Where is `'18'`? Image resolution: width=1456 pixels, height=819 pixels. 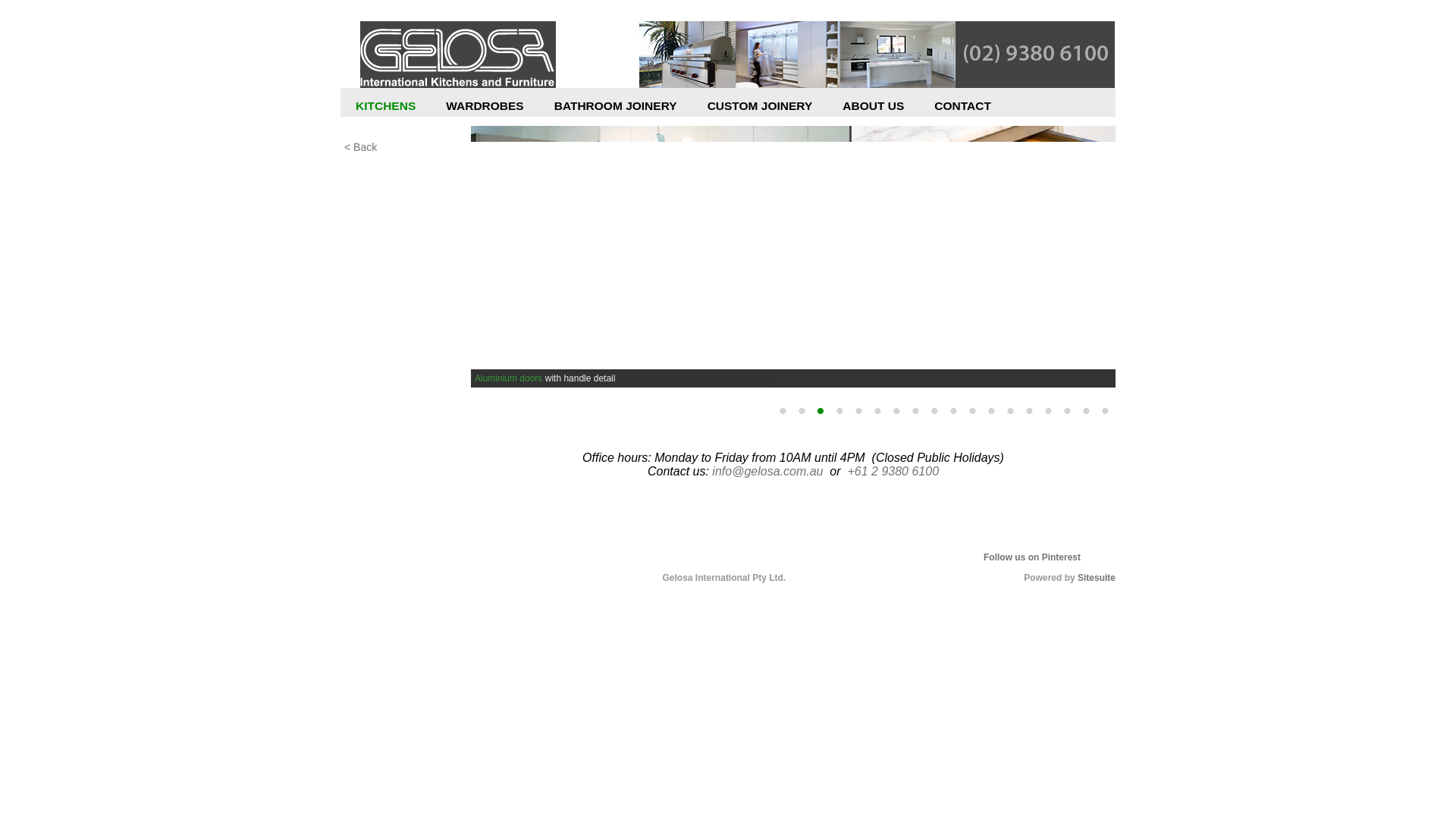 '18' is located at coordinates (1105, 411).